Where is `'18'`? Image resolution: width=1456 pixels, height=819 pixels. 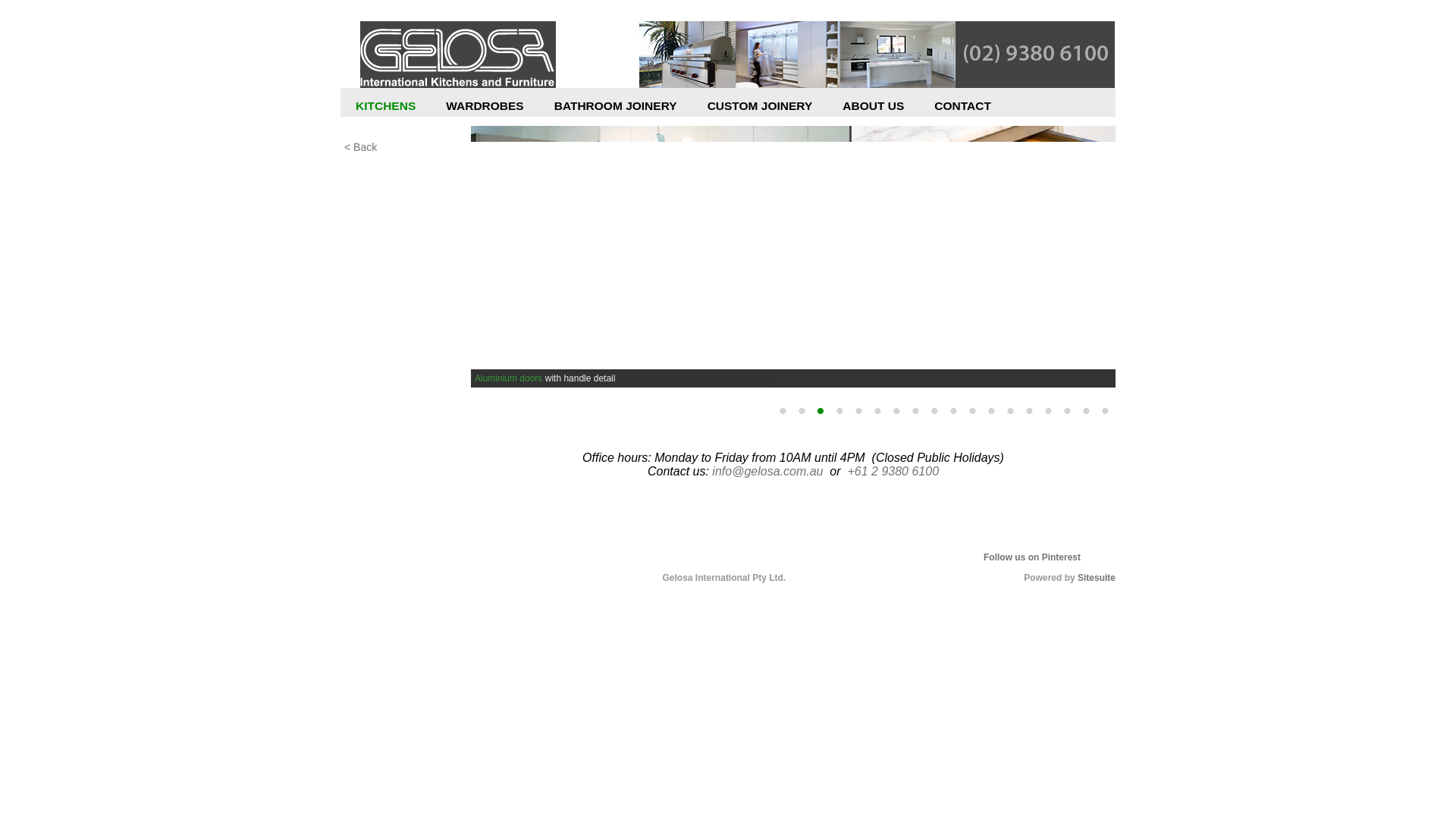 '18' is located at coordinates (1105, 411).